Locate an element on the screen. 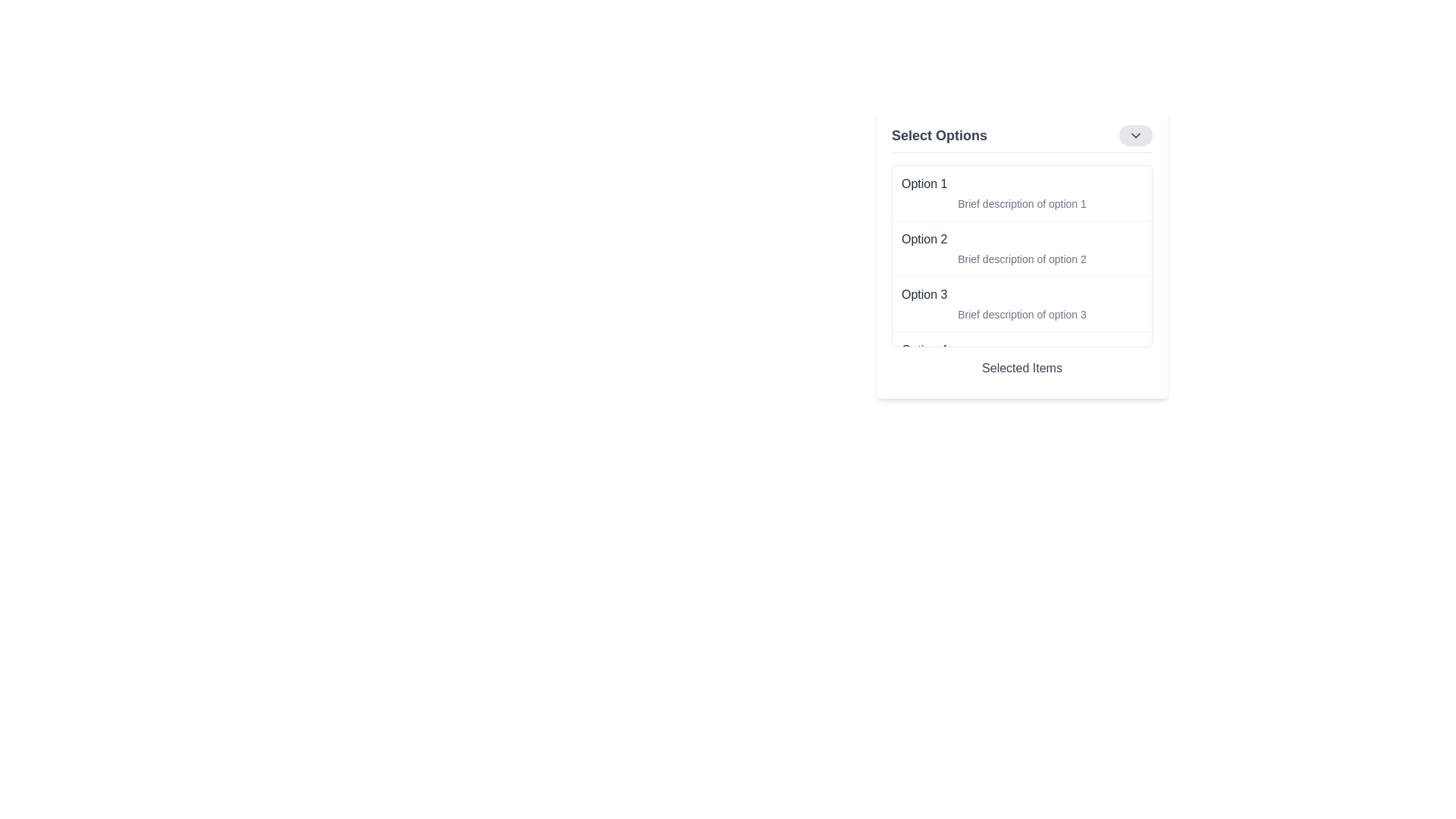 This screenshot has height=819, width=1456. descriptions of the options from the Listbox located in the upper right corner of the interface titled 'Select Options', aligned vertically with the second option in the list is located at coordinates (1022, 265).